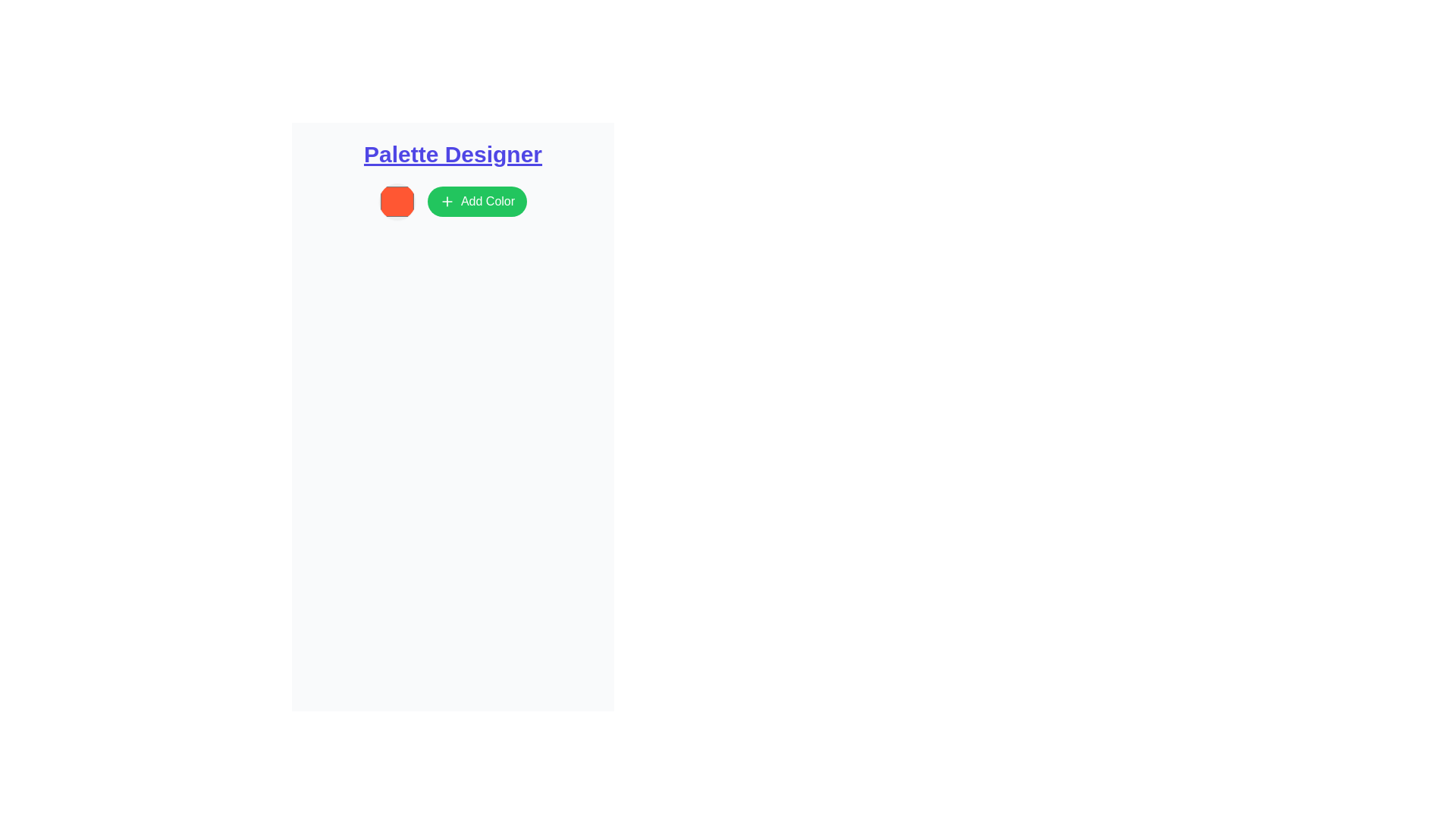 The image size is (1456, 819). Describe the element at coordinates (446, 201) in the screenshot. I see `the green hollow plus sign icon located at the center of the 'Add Color' button` at that location.